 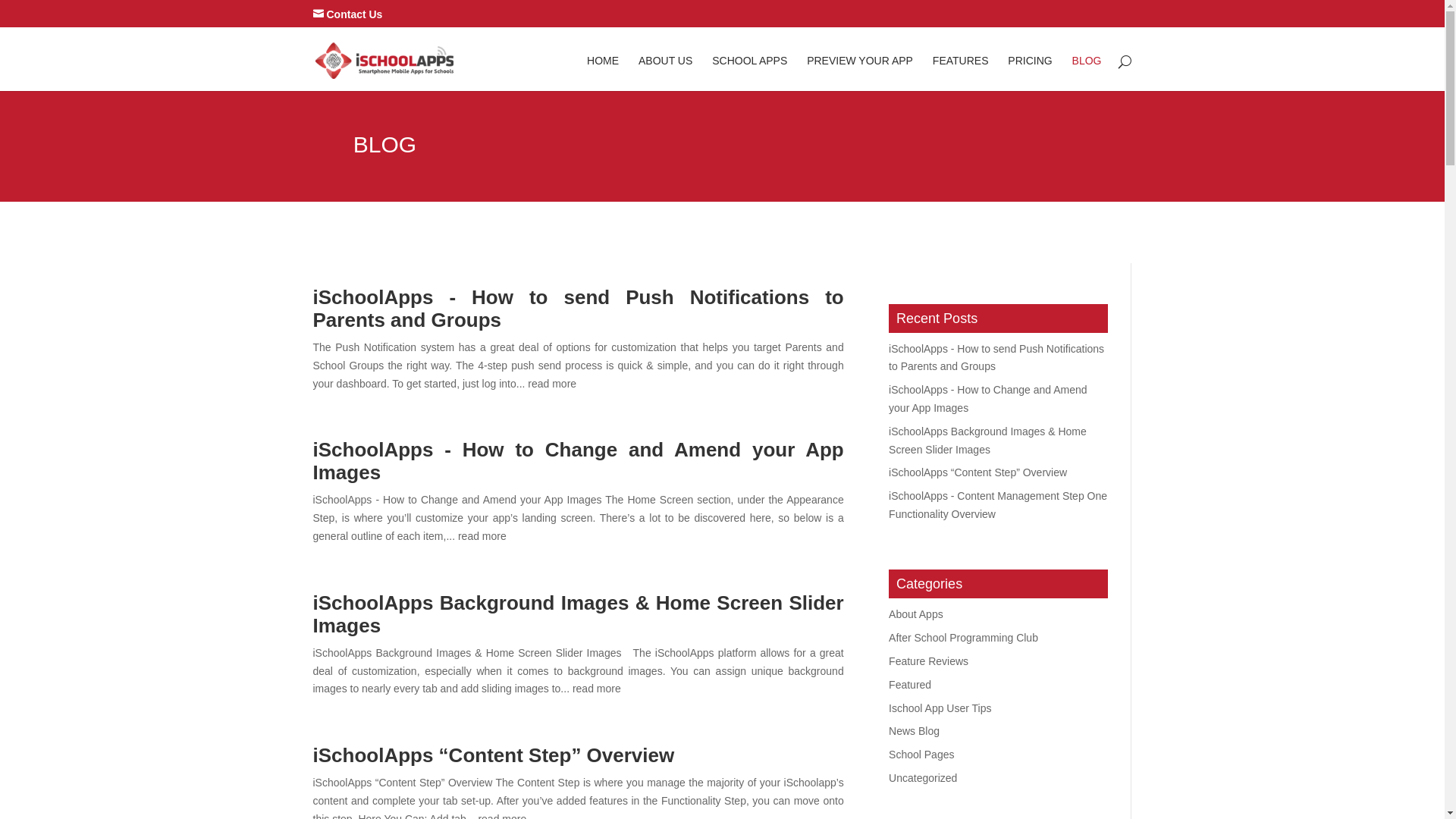 What do you see at coordinates (960, 73) in the screenshot?
I see `'FEATURES'` at bounding box center [960, 73].